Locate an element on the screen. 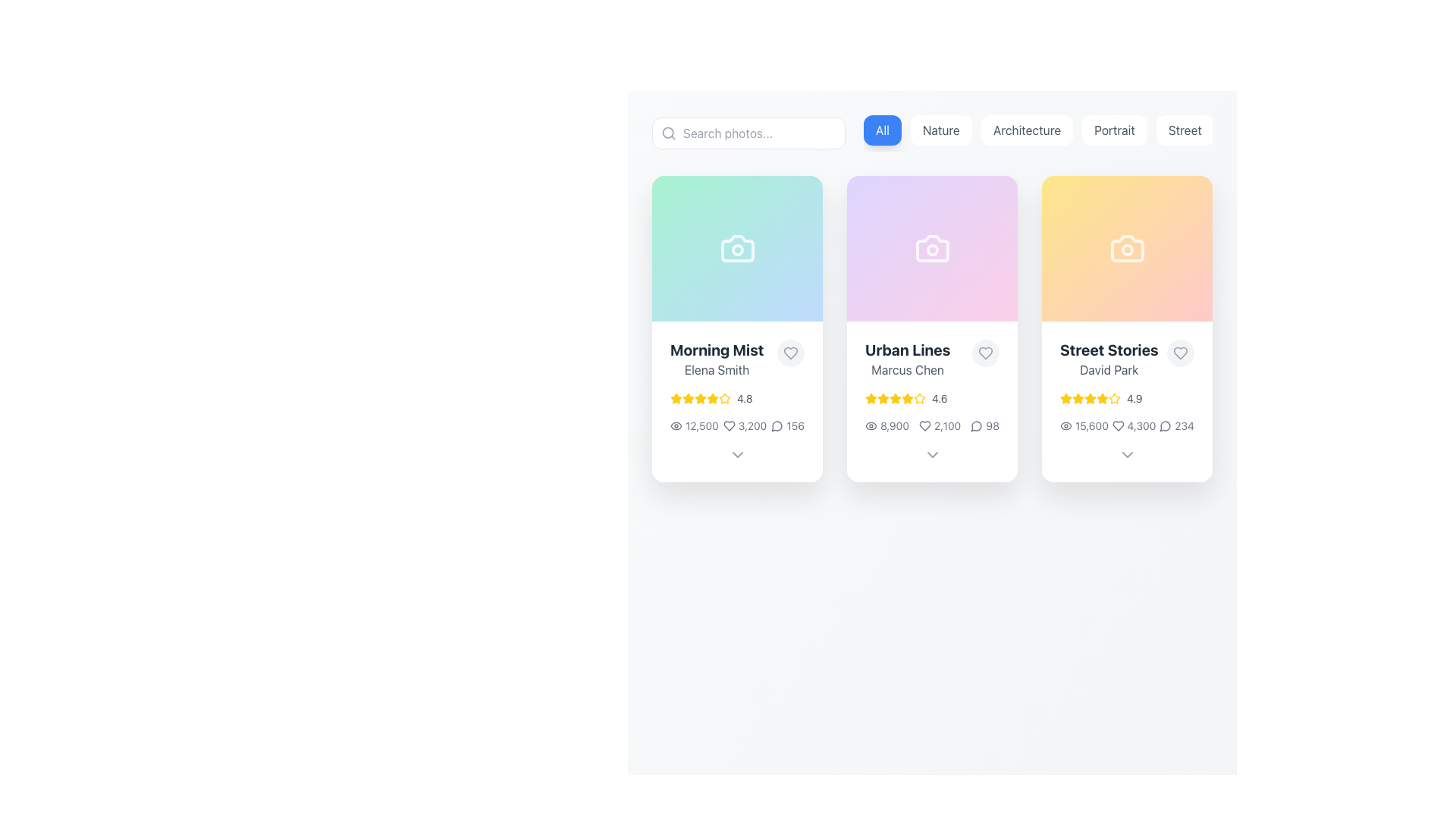  the filter button located near the top-center of the interface, which is the first item in a row of buttons including 'Nature', 'Architecture', 'Portrait', and 'Street', positioned slightly to the right of a search bar is located at coordinates (882, 130).